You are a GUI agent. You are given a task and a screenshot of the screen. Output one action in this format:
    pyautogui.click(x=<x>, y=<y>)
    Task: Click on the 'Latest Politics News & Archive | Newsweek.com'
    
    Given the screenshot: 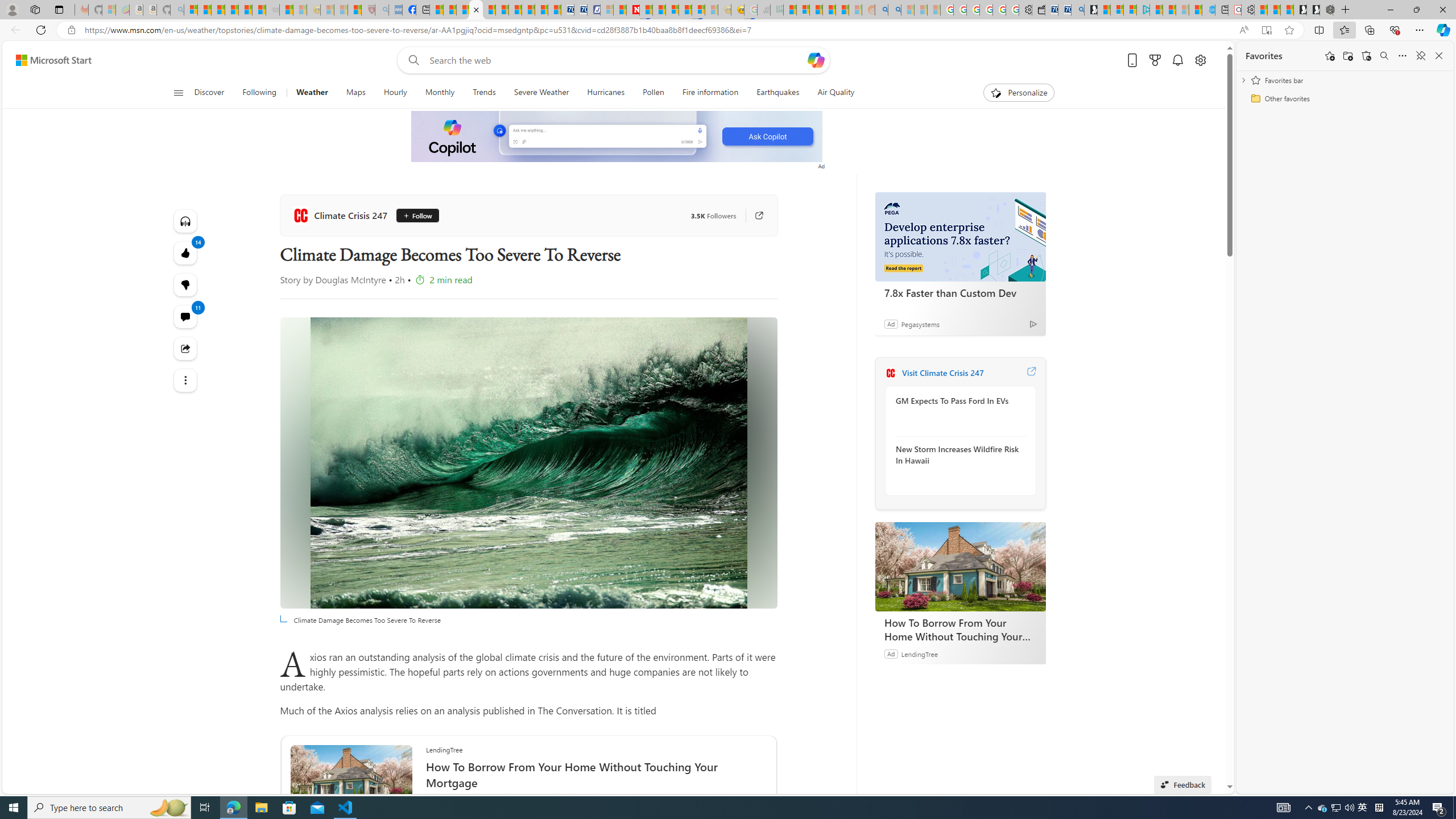 What is the action you would take?
    pyautogui.click(x=632, y=9)
    